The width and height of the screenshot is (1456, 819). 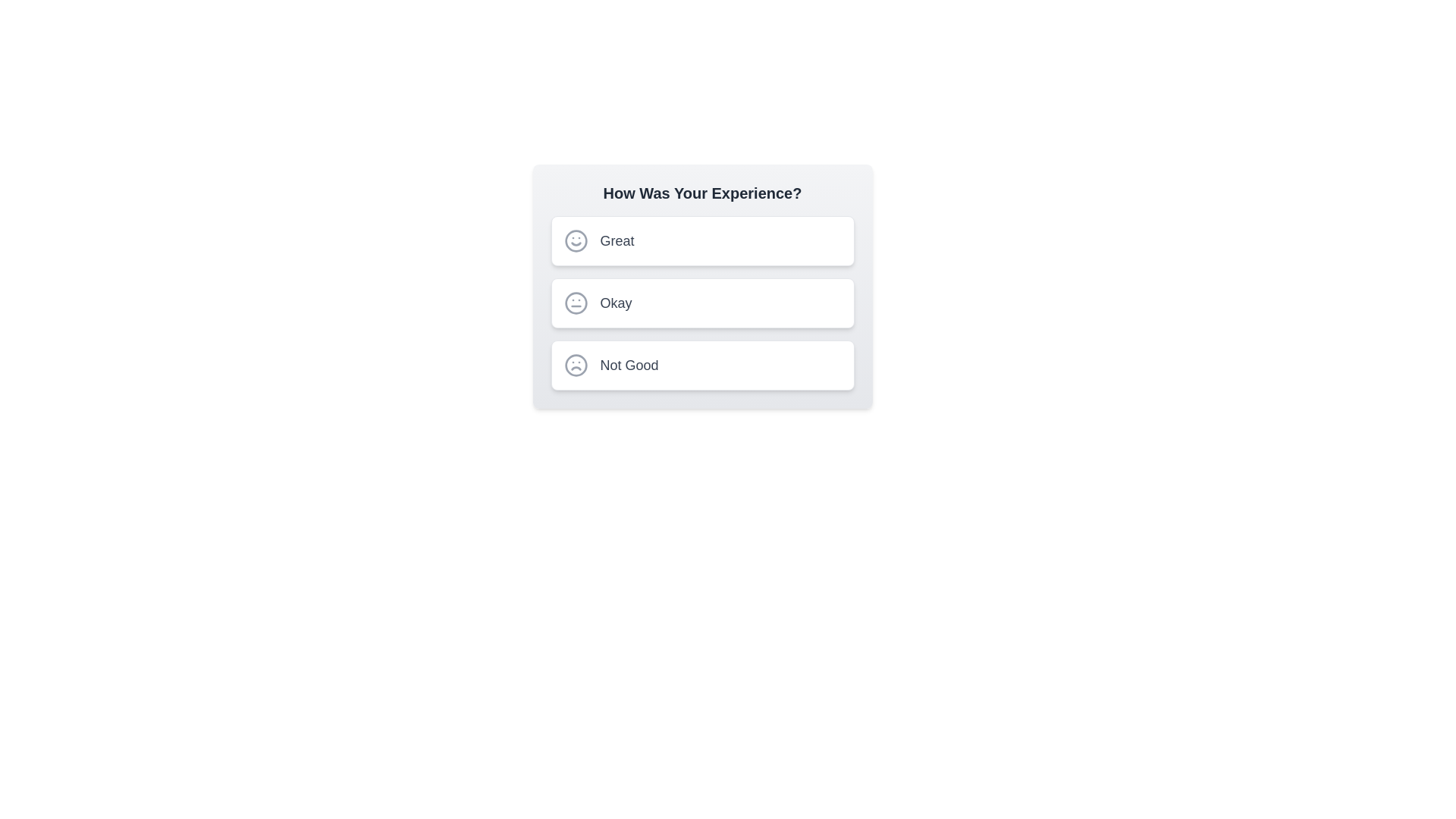 I want to click on the 'Okay' feedback option card in the user experience survey, so click(x=701, y=303).